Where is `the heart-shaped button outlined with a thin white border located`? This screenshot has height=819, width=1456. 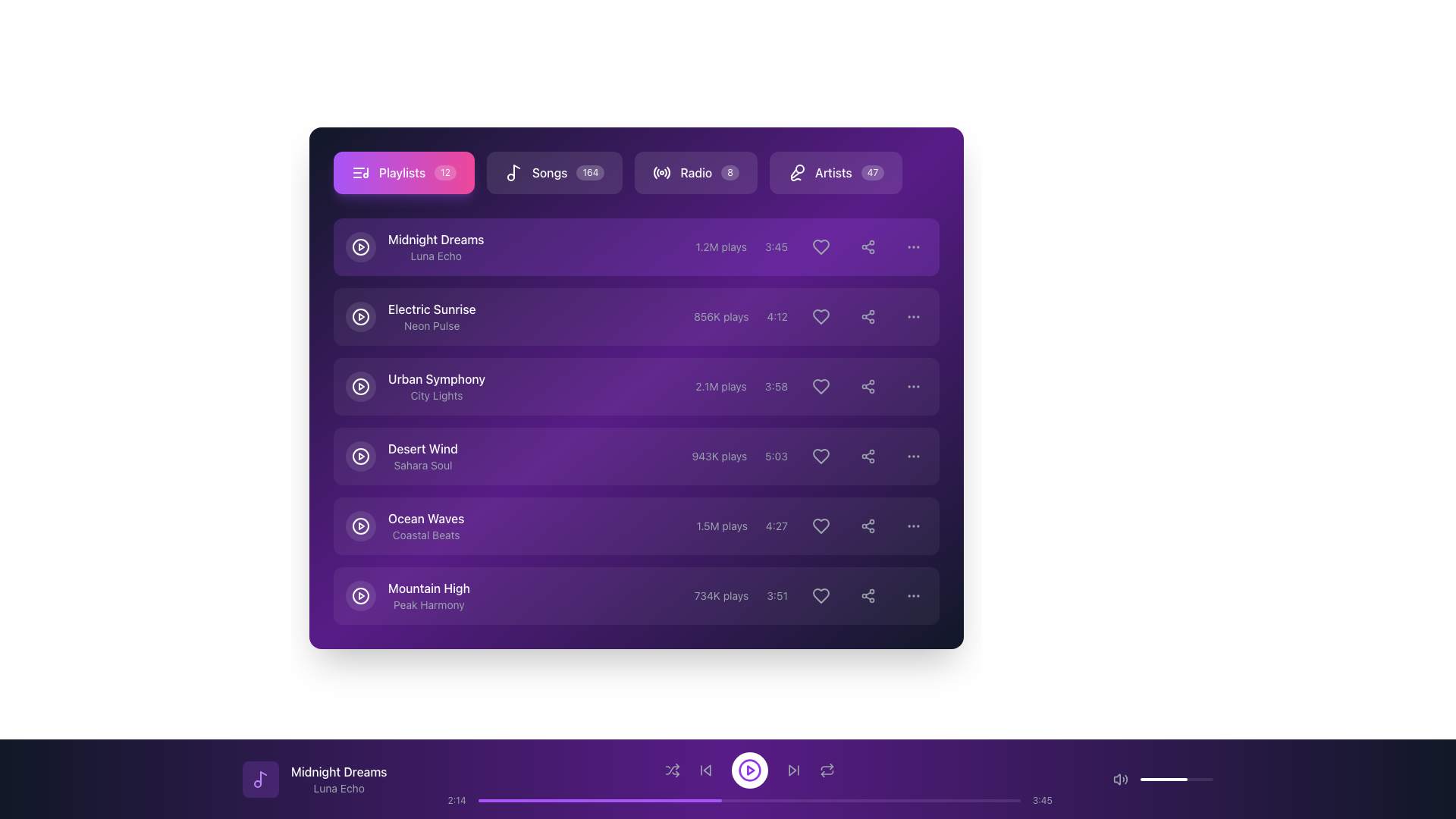 the heart-shaped button outlined with a thin white border located is located at coordinates (821, 595).